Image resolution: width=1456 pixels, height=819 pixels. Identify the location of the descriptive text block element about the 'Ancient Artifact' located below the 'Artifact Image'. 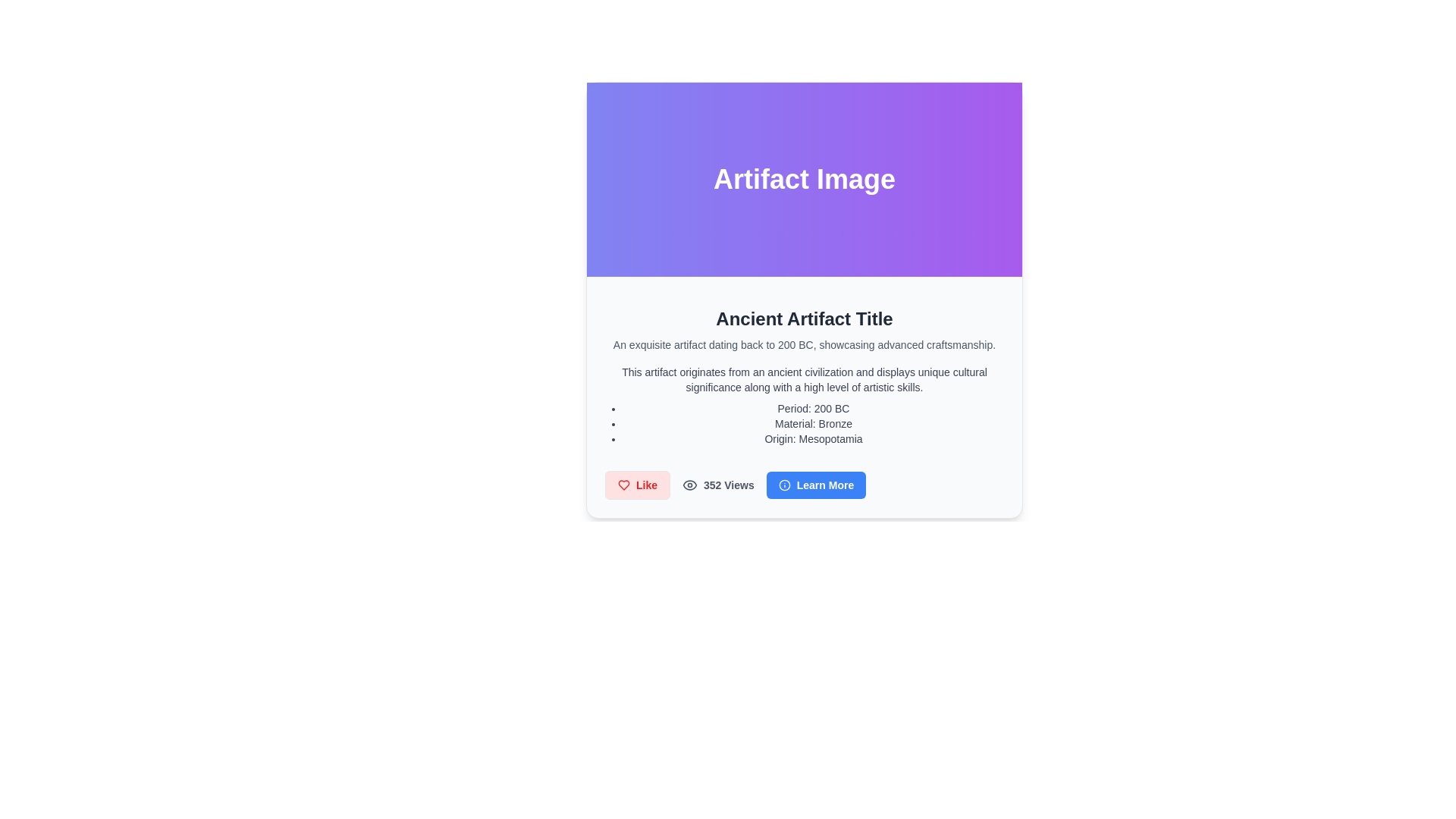
(803, 397).